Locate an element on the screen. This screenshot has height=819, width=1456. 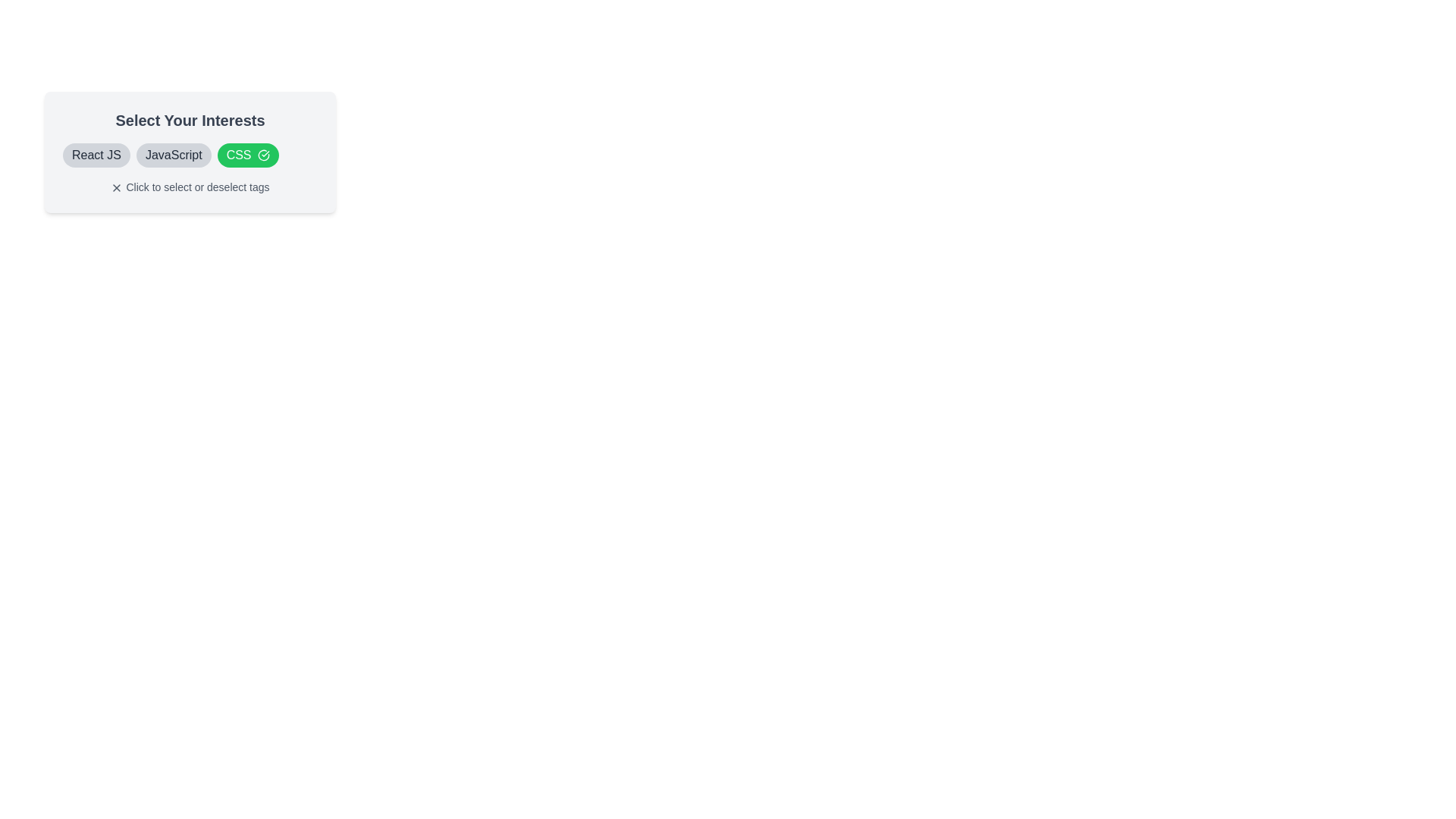
the green rounded rectangular button labeled 'CSS' with a checkmark icon is located at coordinates (248, 155).